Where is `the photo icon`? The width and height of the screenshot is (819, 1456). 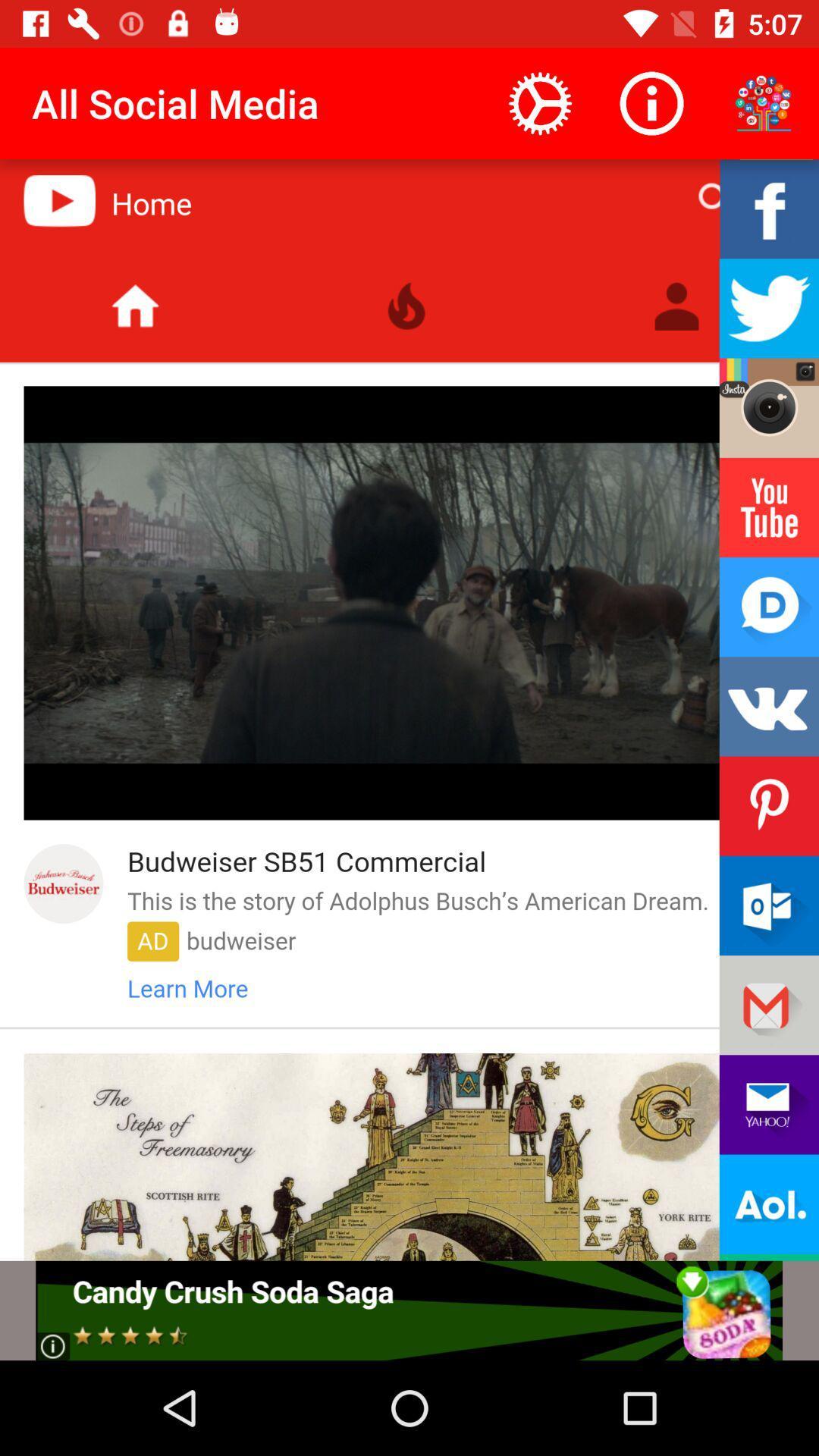
the photo icon is located at coordinates (769, 408).